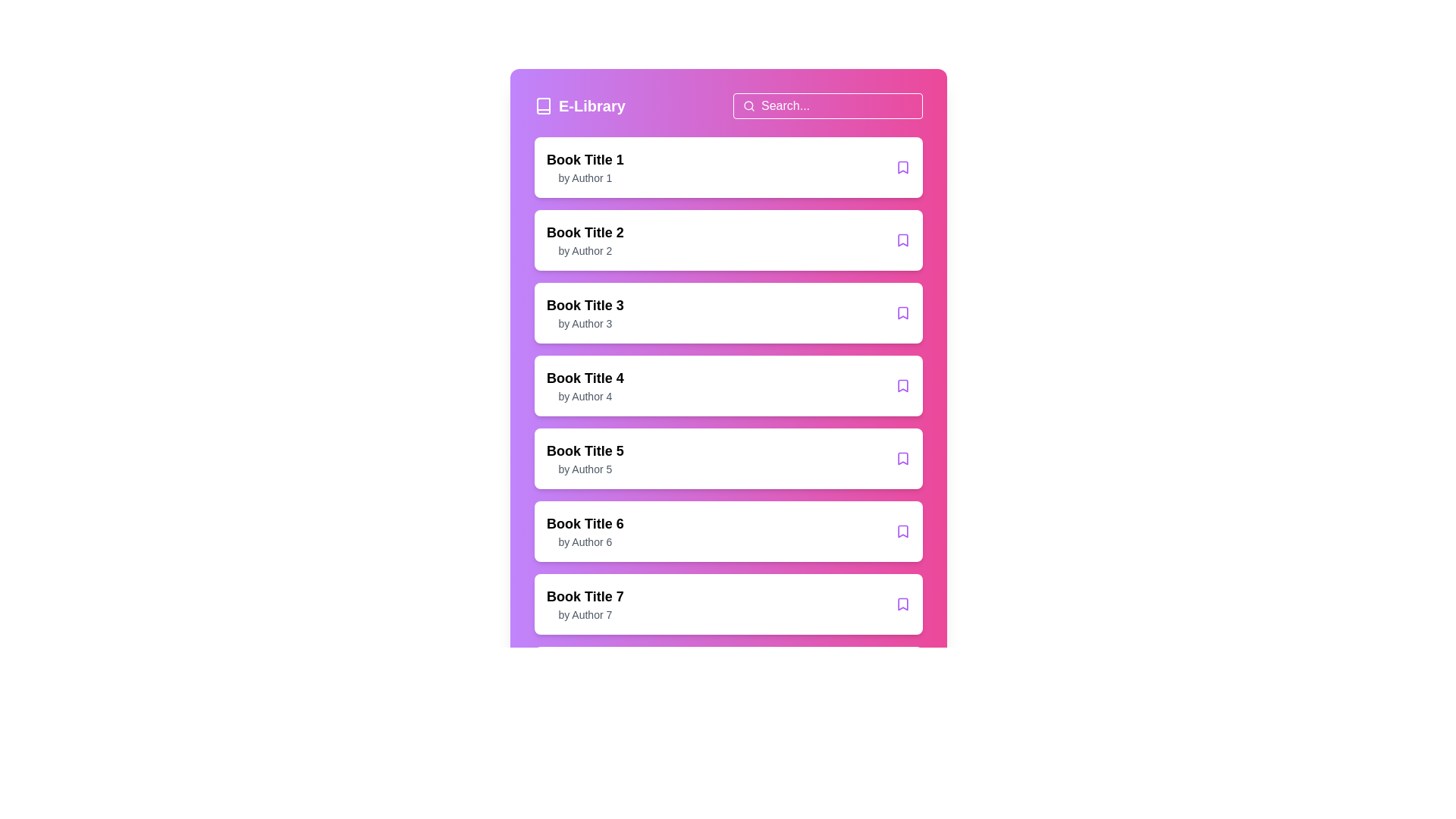 The width and height of the screenshot is (1456, 819). What do you see at coordinates (902, 312) in the screenshot?
I see `the purple bookmark icon located at the far-right side of the card displaying 'Book Title 3' and 'by Author 3'` at bounding box center [902, 312].